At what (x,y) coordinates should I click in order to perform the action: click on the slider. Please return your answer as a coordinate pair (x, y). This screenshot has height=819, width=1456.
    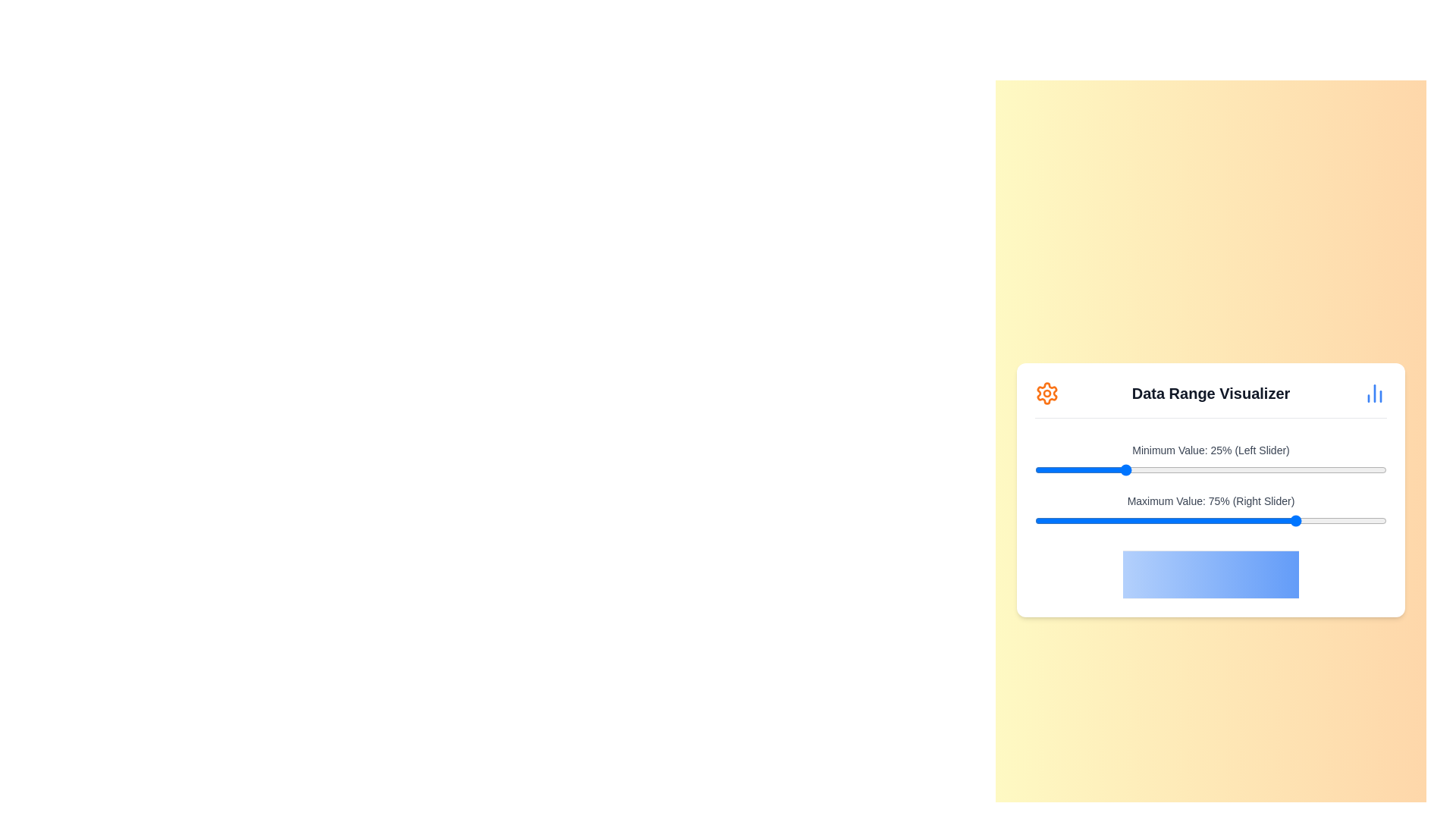
    Looking at the image, I should click on (1175, 519).